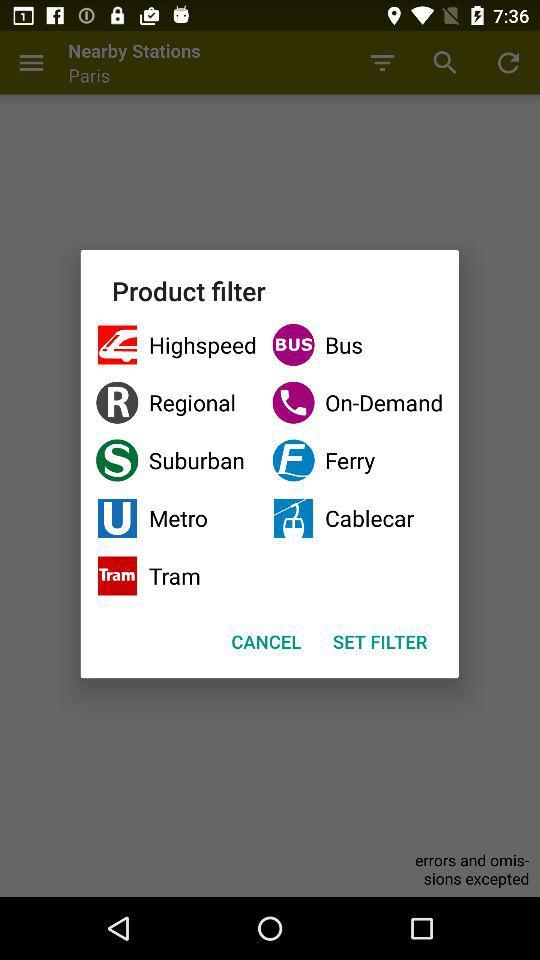 The width and height of the screenshot is (540, 960). What do you see at coordinates (356, 401) in the screenshot?
I see `item to the right of the highspeed item` at bounding box center [356, 401].